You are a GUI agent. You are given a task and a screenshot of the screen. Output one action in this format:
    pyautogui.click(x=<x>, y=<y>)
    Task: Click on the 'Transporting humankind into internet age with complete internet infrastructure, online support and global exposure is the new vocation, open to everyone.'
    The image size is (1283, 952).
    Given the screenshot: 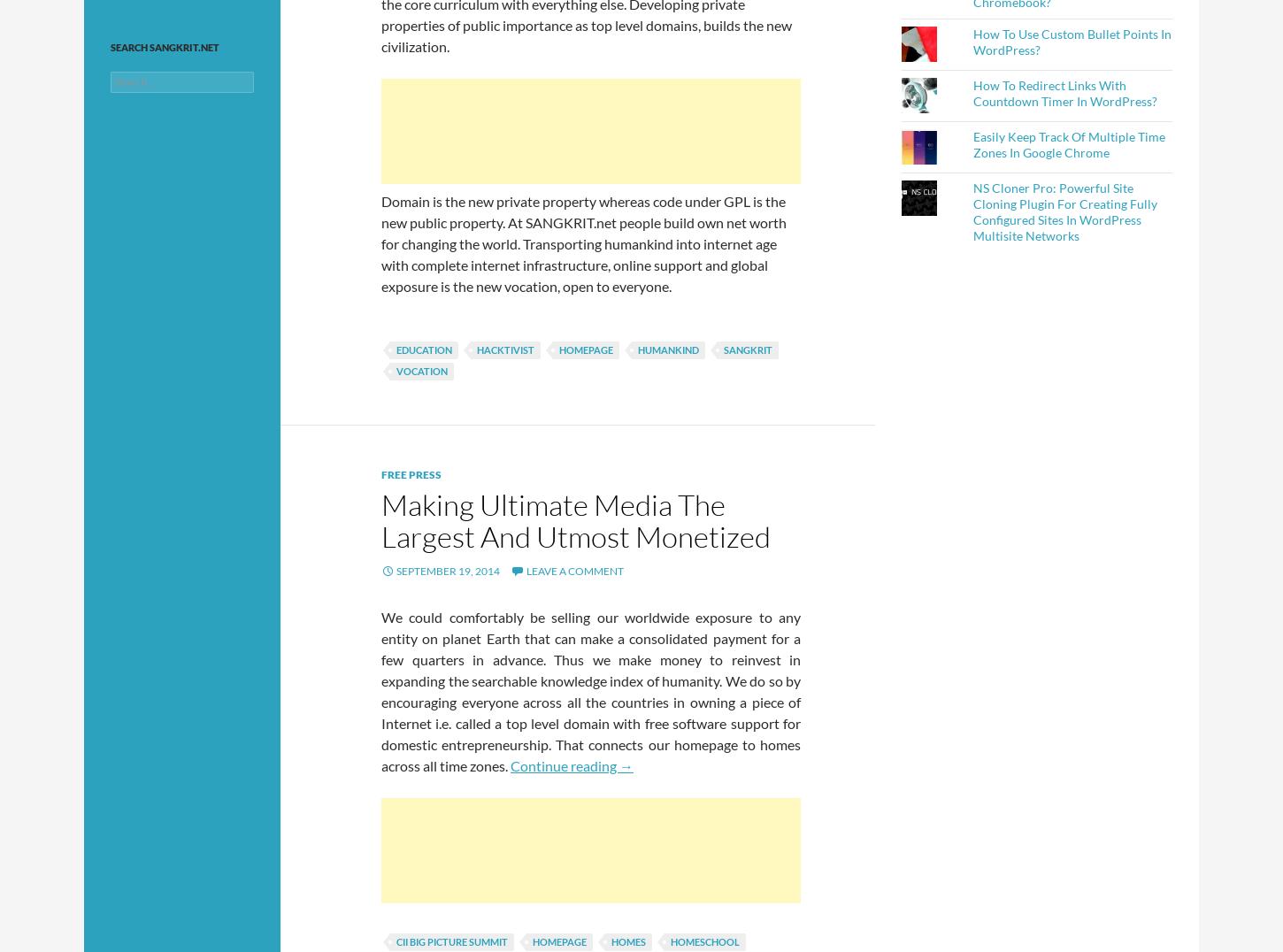 What is the action you would take?
    pyautogui.click(x=380, y=264)
    